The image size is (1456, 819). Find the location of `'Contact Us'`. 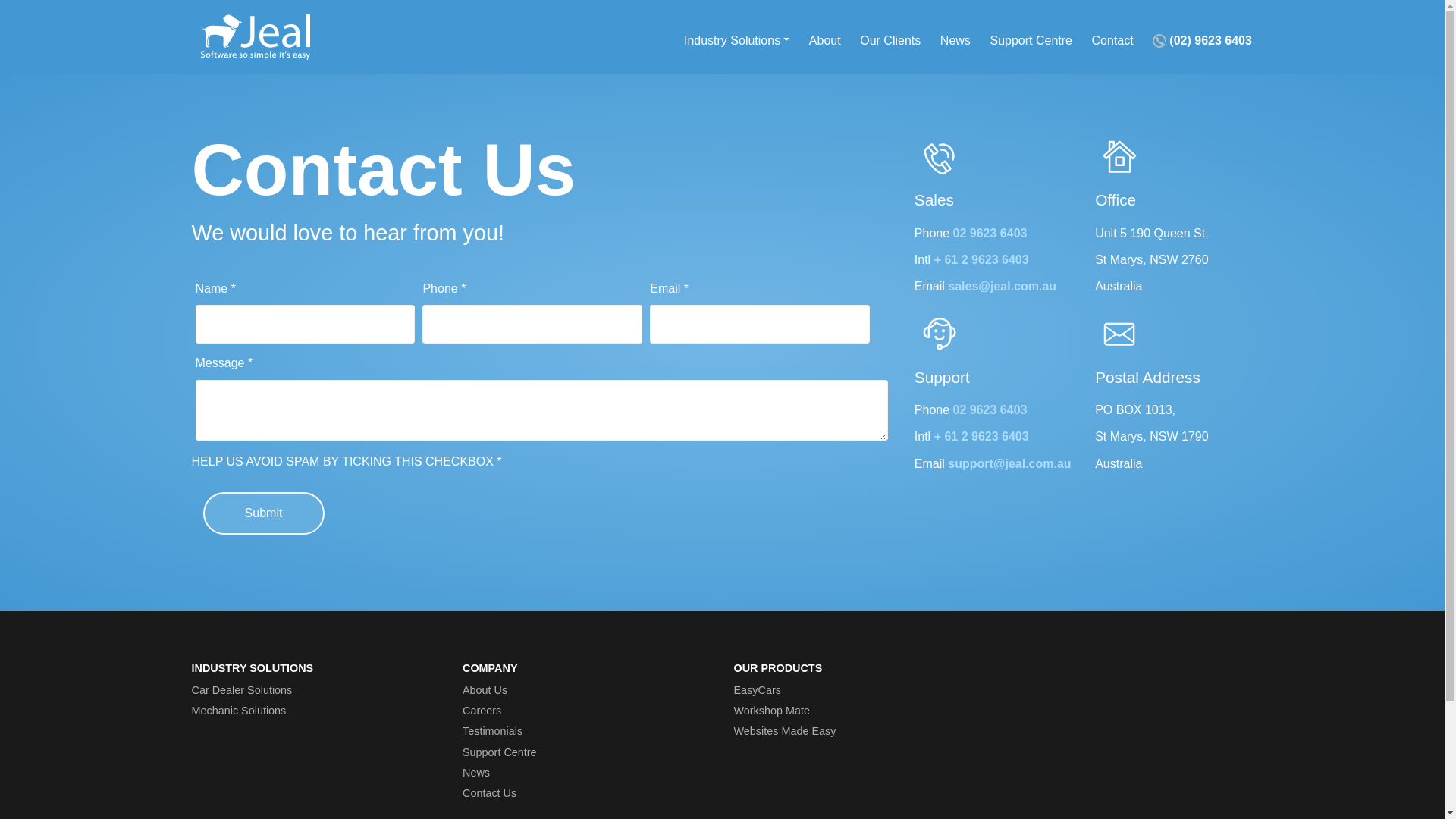

'Contact Us' is located at coordinates (489, 792).